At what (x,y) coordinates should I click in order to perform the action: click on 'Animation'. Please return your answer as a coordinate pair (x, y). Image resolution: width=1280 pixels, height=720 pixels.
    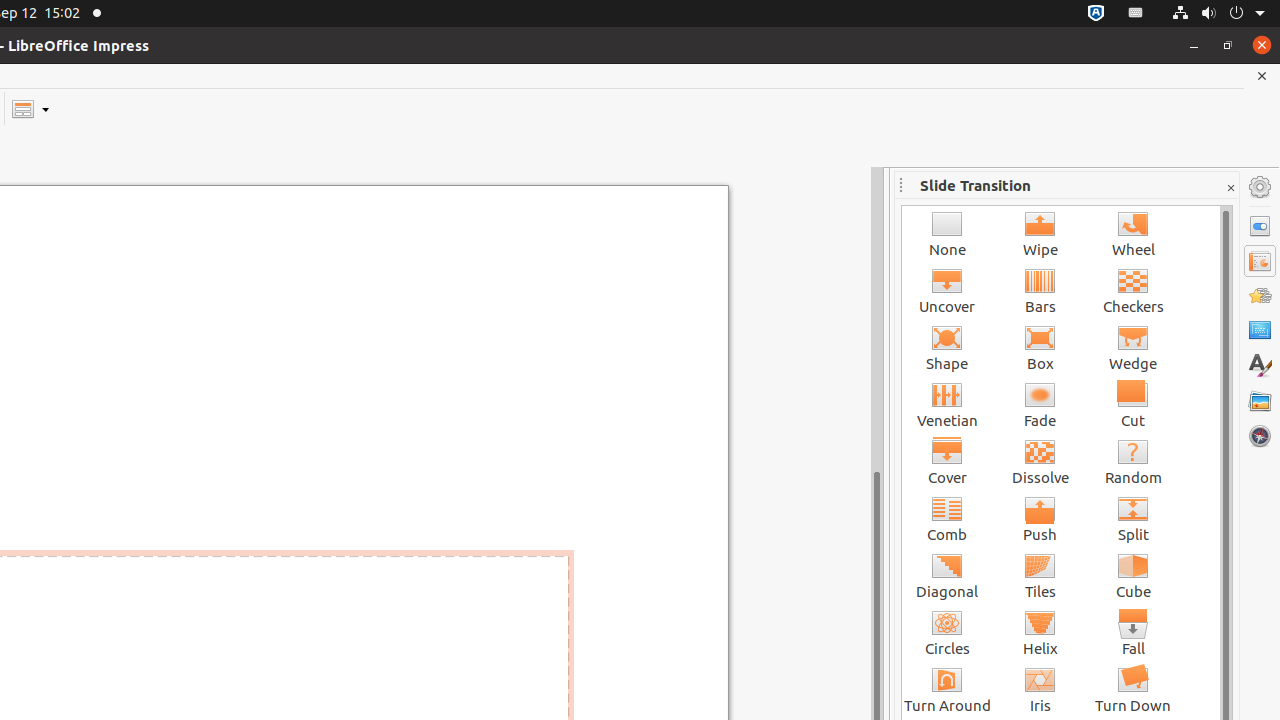
    Looking at the image, I should click on (1259, 295).